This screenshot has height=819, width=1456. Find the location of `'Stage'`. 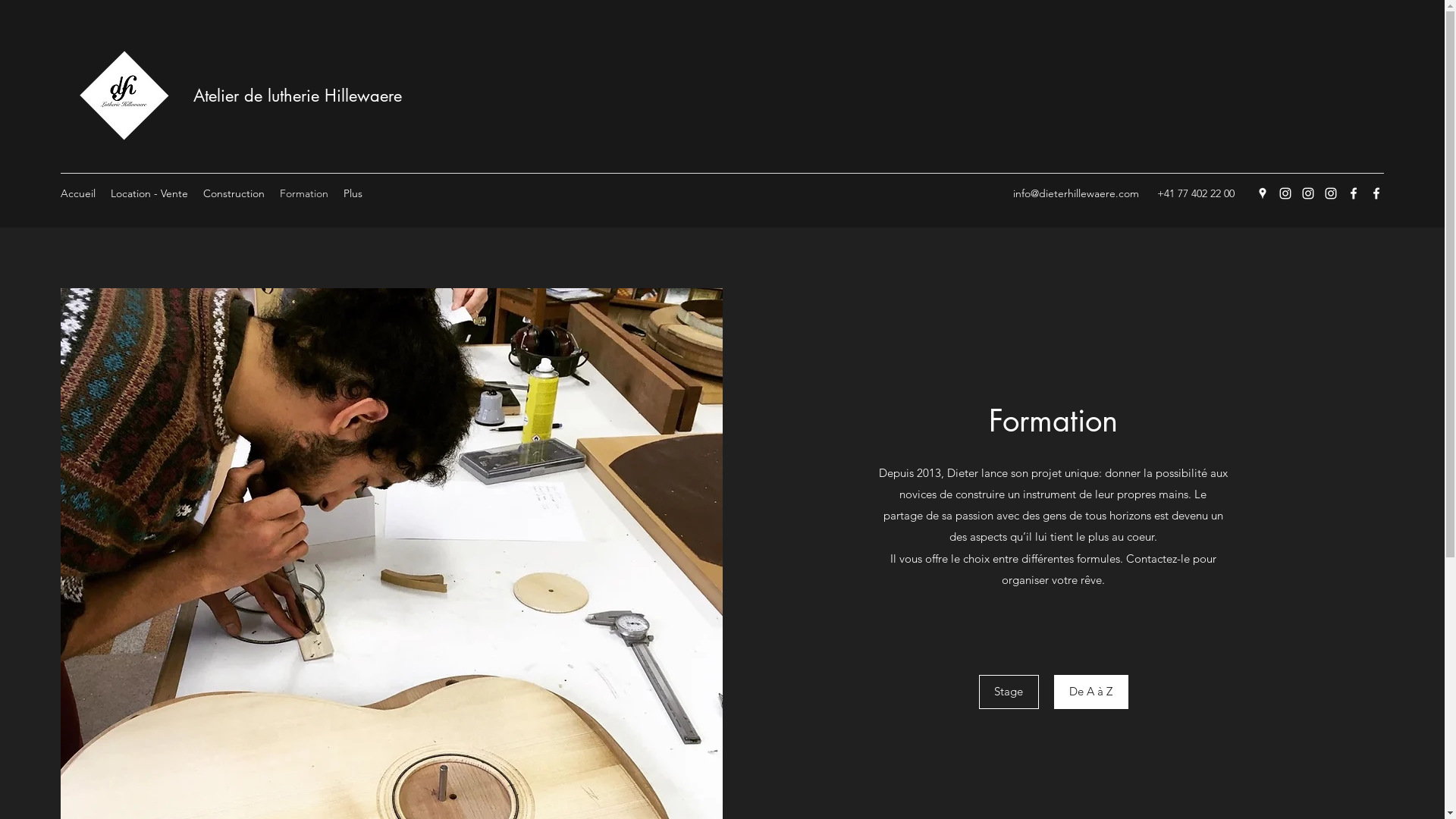

'Stage' is located at coordinates (979, 692).